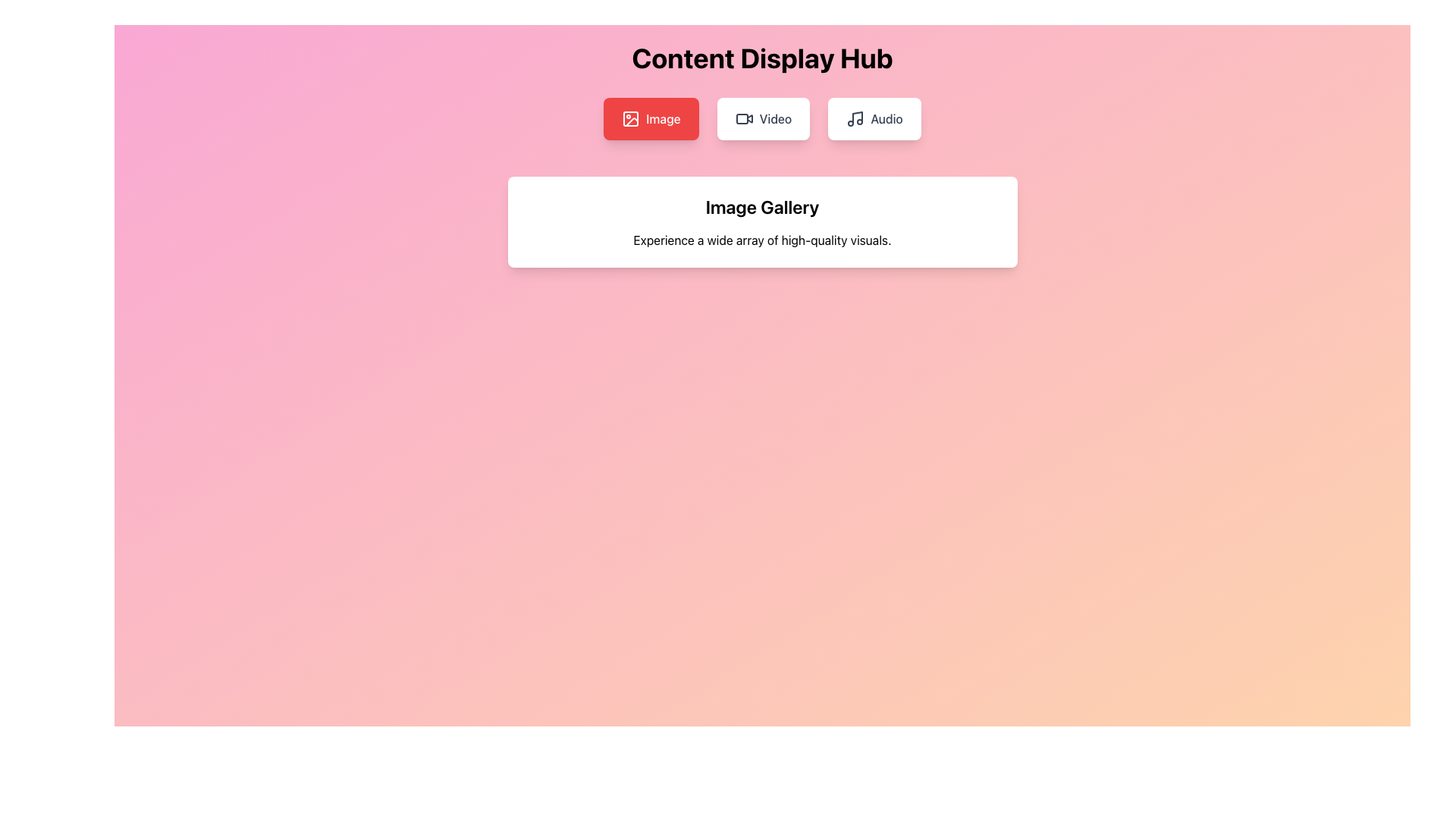  What do you see at coordinates (855, 118) in the screenshot?
I see `the 'Audio' SVG Icon, which is part of the button for audio-related actions, located to the left of the text in the rightmost position of the button row` at bounding box center [855, 118].